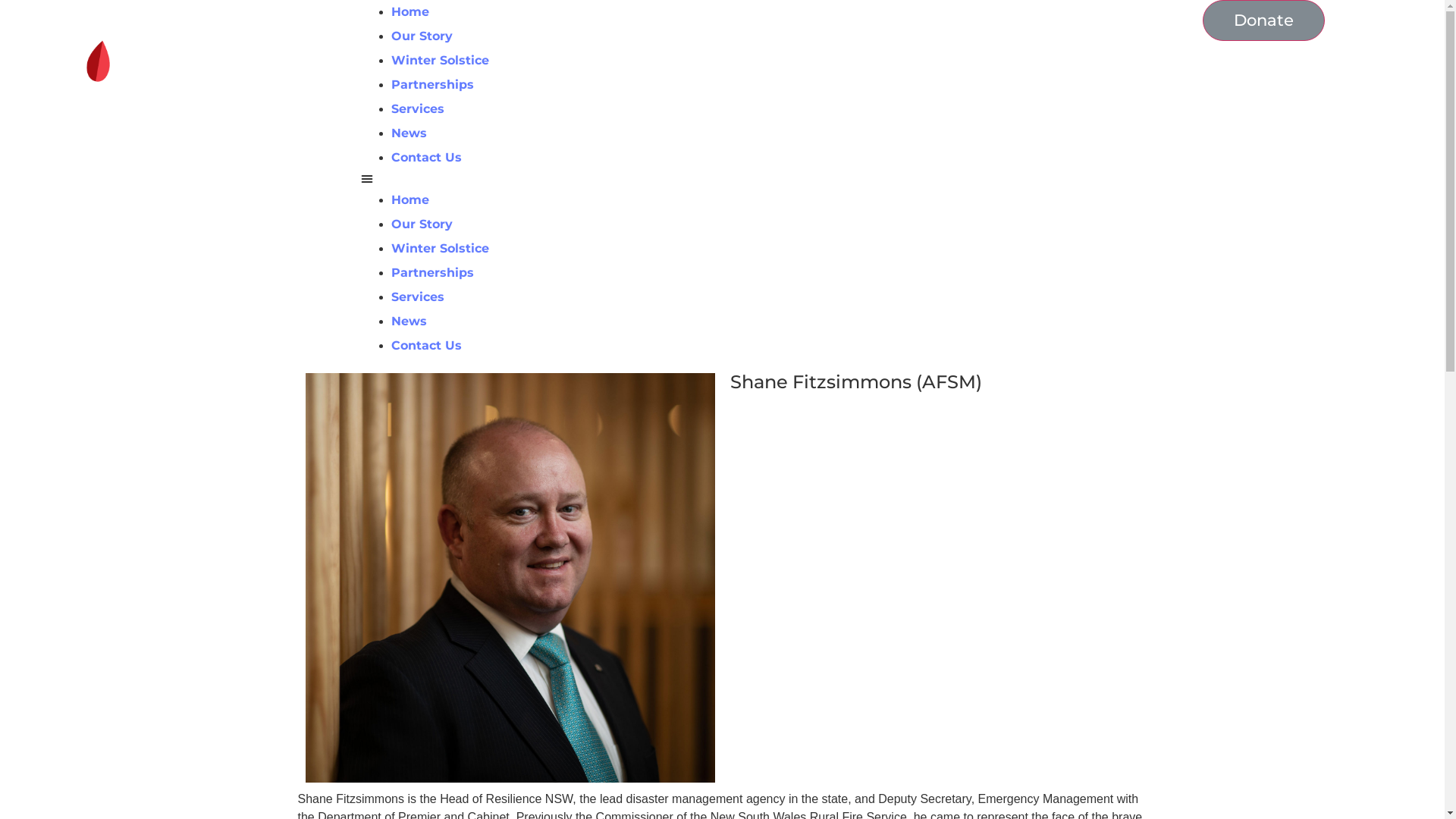  Describe the element at coordinates (431, 84) in the screenshot. I see `'Partnerships'` at that location.